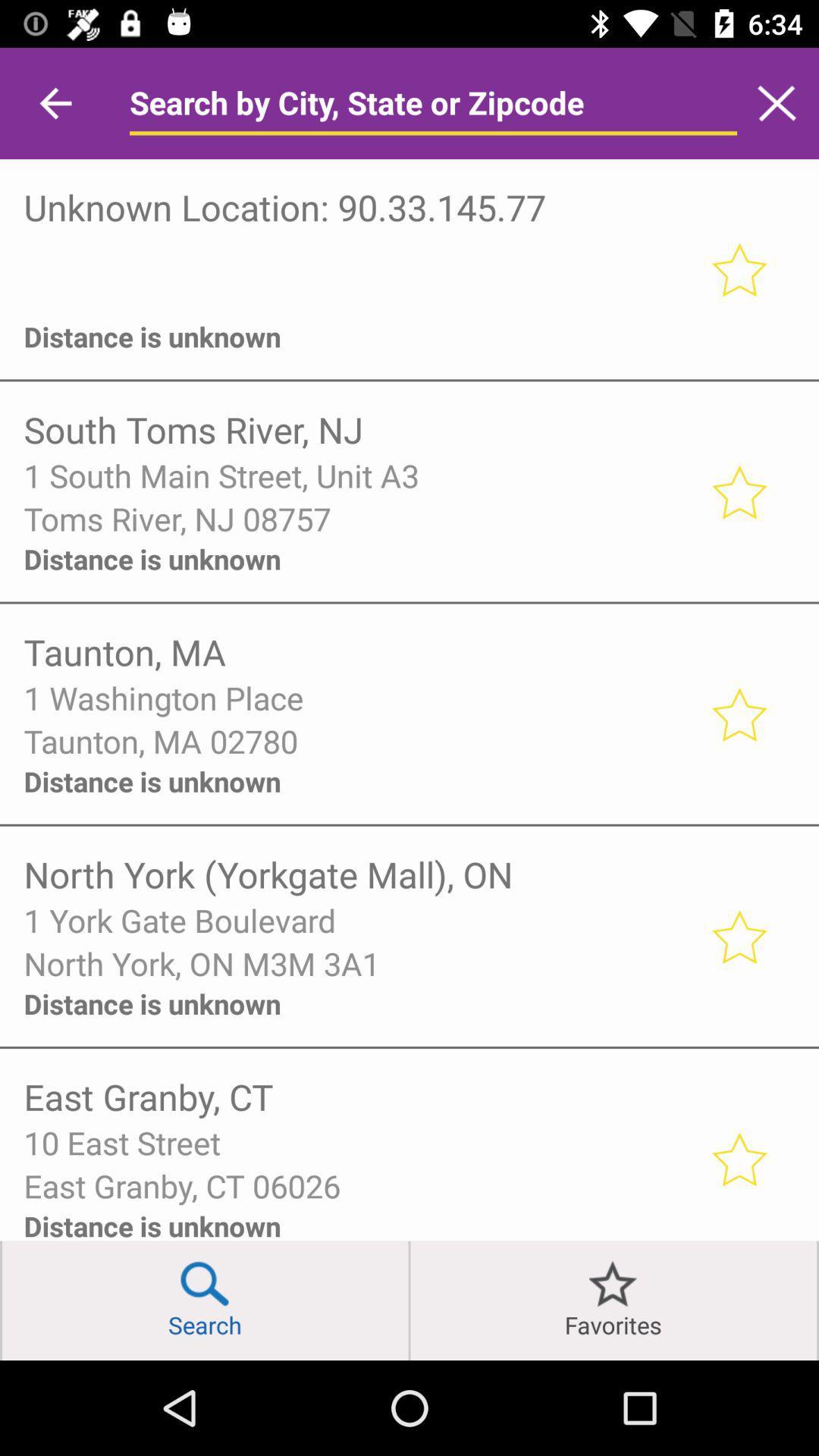  Describe the element at coordinates (55, 102) in the screenshot. I see `icon above unknown location 90 item` at that location.